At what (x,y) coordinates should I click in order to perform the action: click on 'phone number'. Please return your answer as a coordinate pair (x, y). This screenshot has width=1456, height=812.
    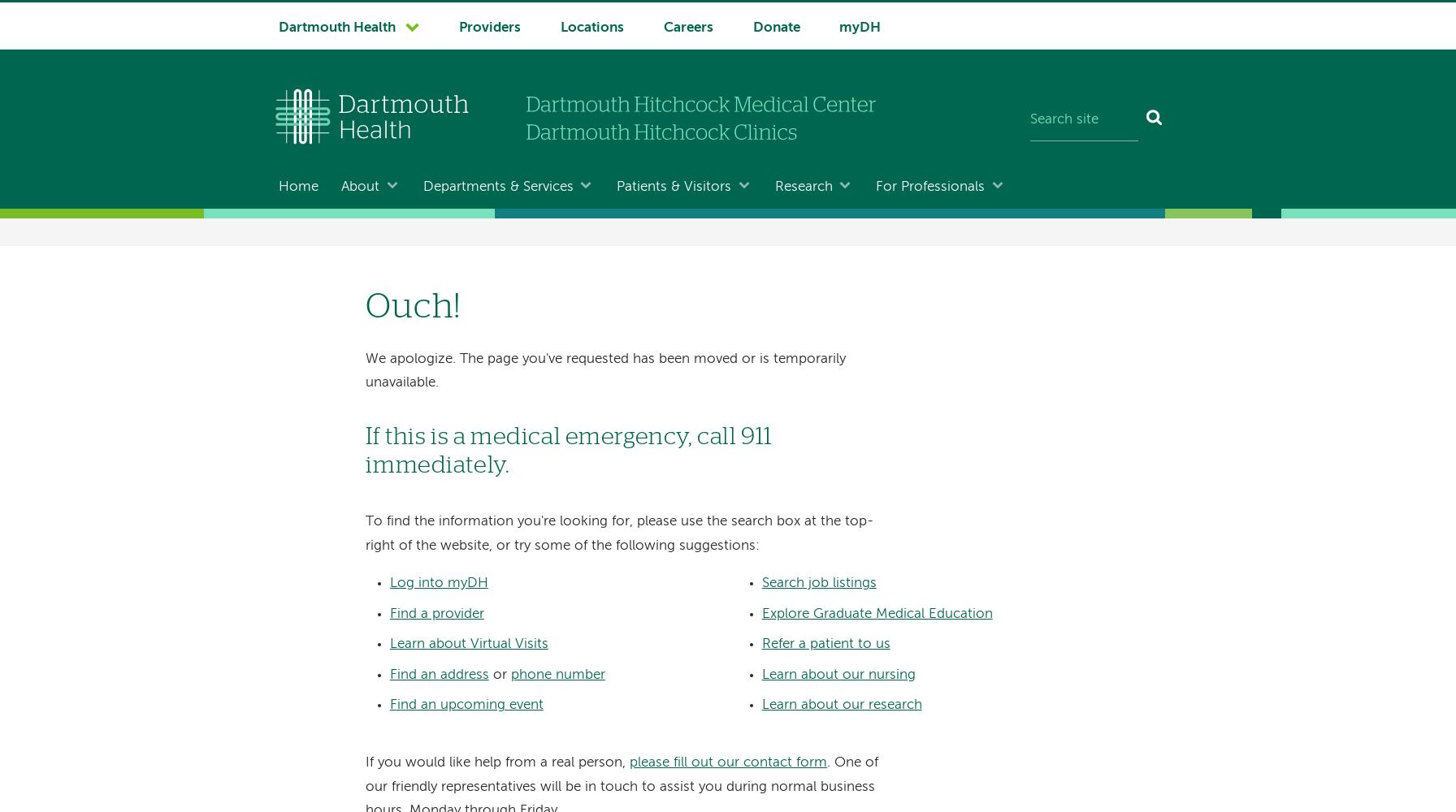
    Looking at the image, I should click on (557, 673).